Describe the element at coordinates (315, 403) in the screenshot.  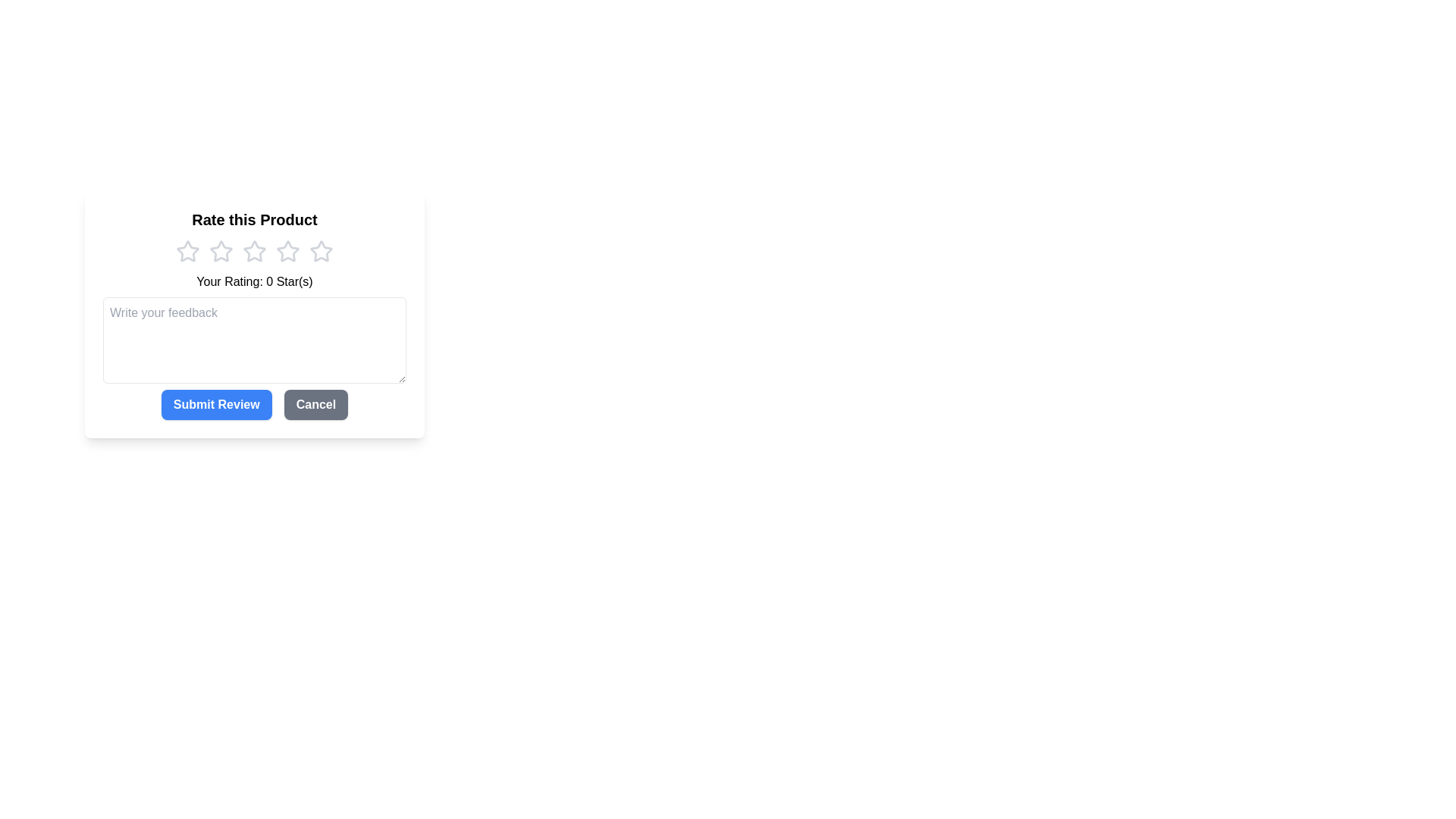
I see `the cancel button located to the right of the 'Submit Review' button in the bottom section of the form interface to observe its hover effect` at that location.